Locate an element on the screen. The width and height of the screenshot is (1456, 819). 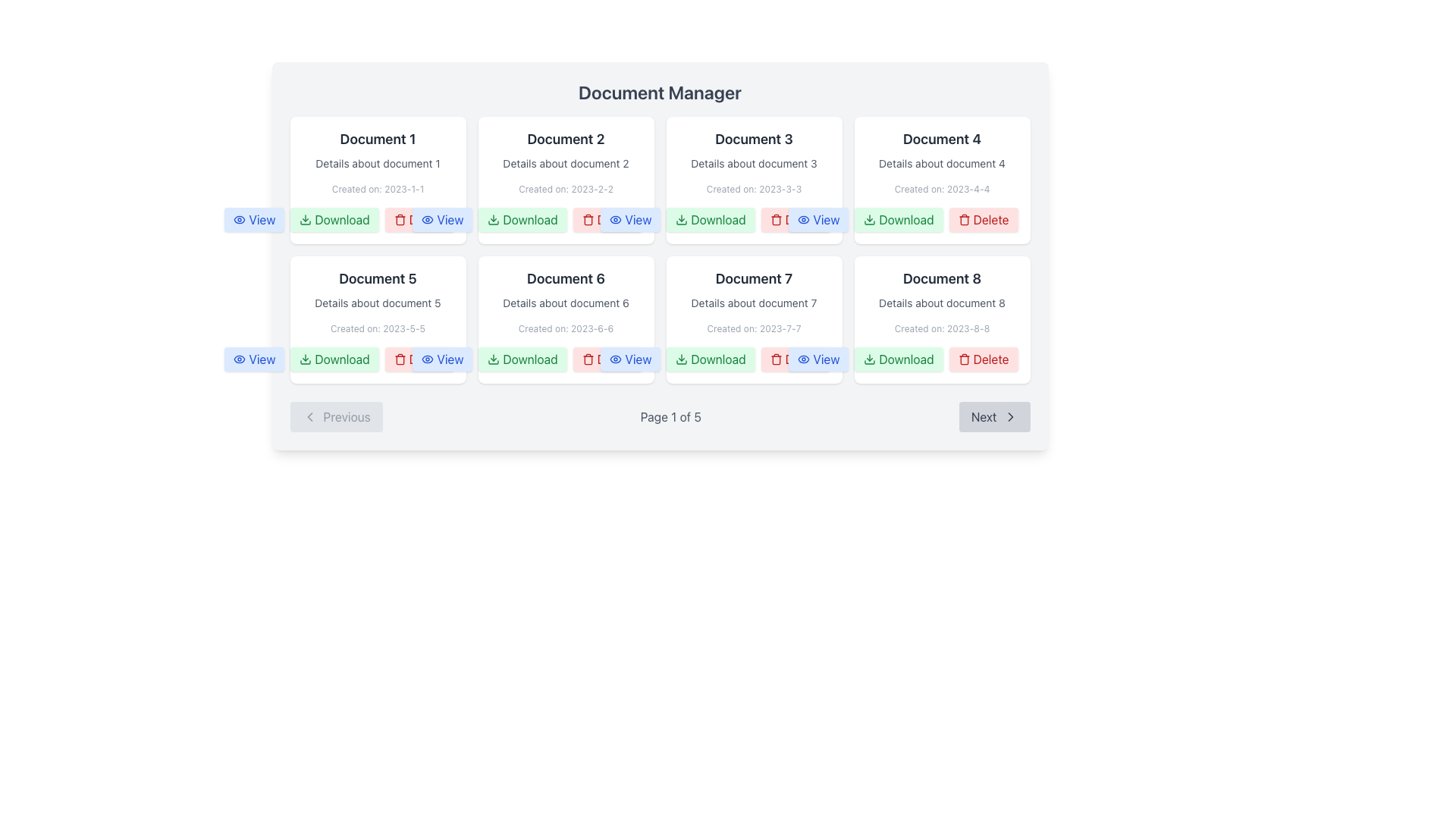
the pagination control's page indicator located at the center of the navigation component, specifically the text indicator 'Page 1 of 5' is located at coordinates (660, 417).